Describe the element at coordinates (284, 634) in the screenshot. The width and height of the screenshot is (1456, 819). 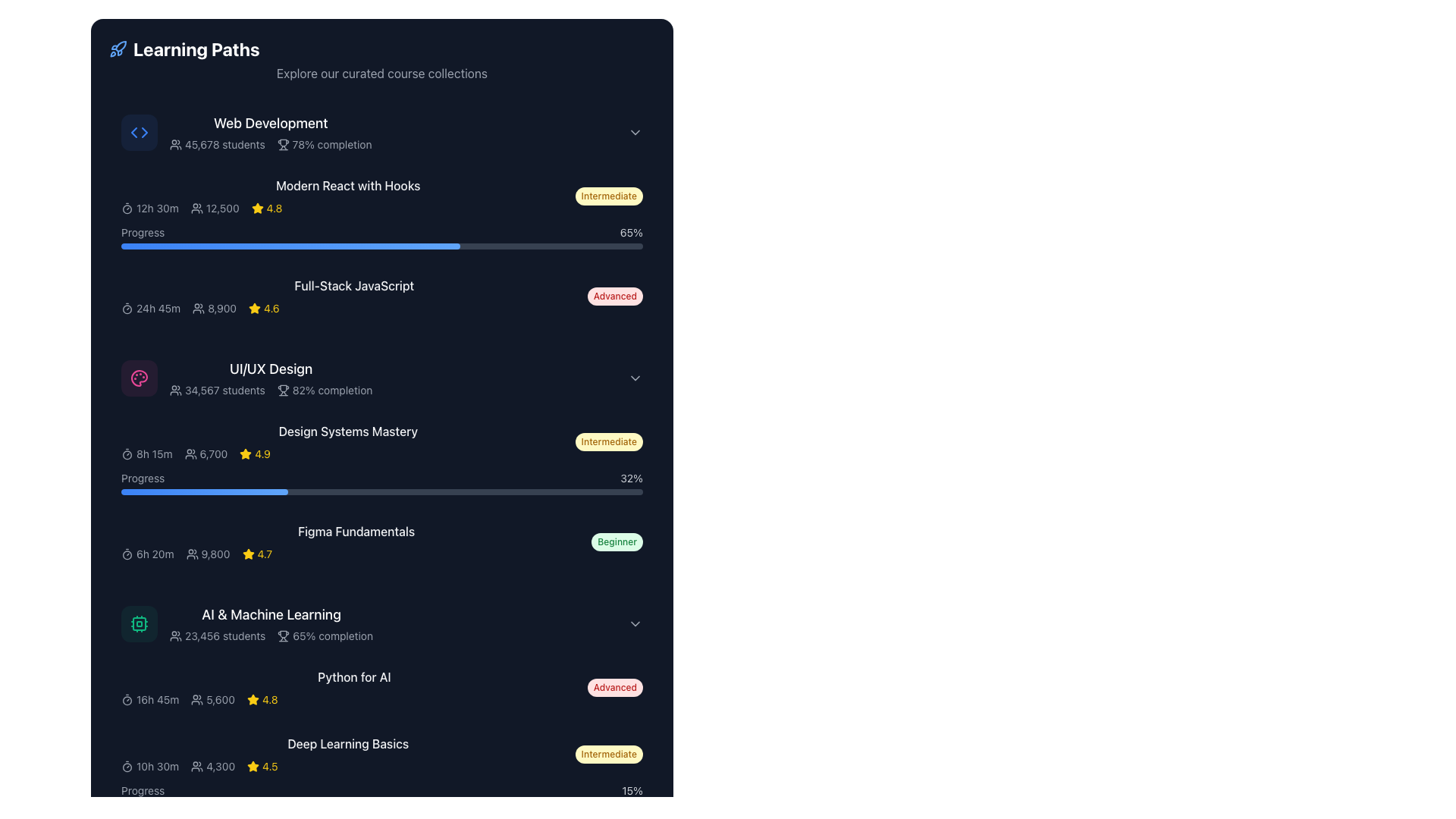
I see `the achievement icon representing 'AI & Machine Learning' progress, located next to the '65% completion' text` at that location.